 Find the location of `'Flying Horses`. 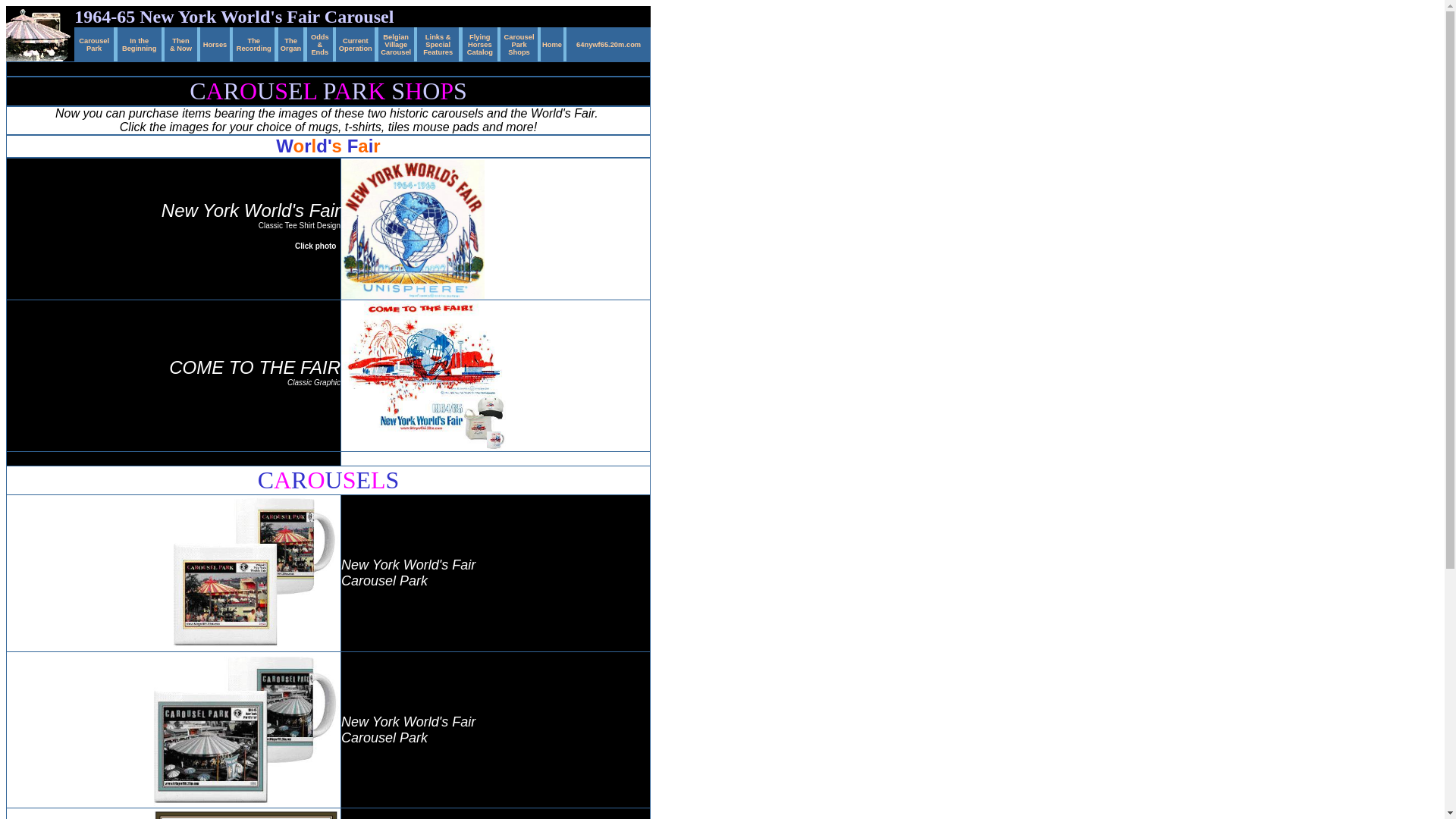

'Flying Horses is located at coordinates (479, 42).